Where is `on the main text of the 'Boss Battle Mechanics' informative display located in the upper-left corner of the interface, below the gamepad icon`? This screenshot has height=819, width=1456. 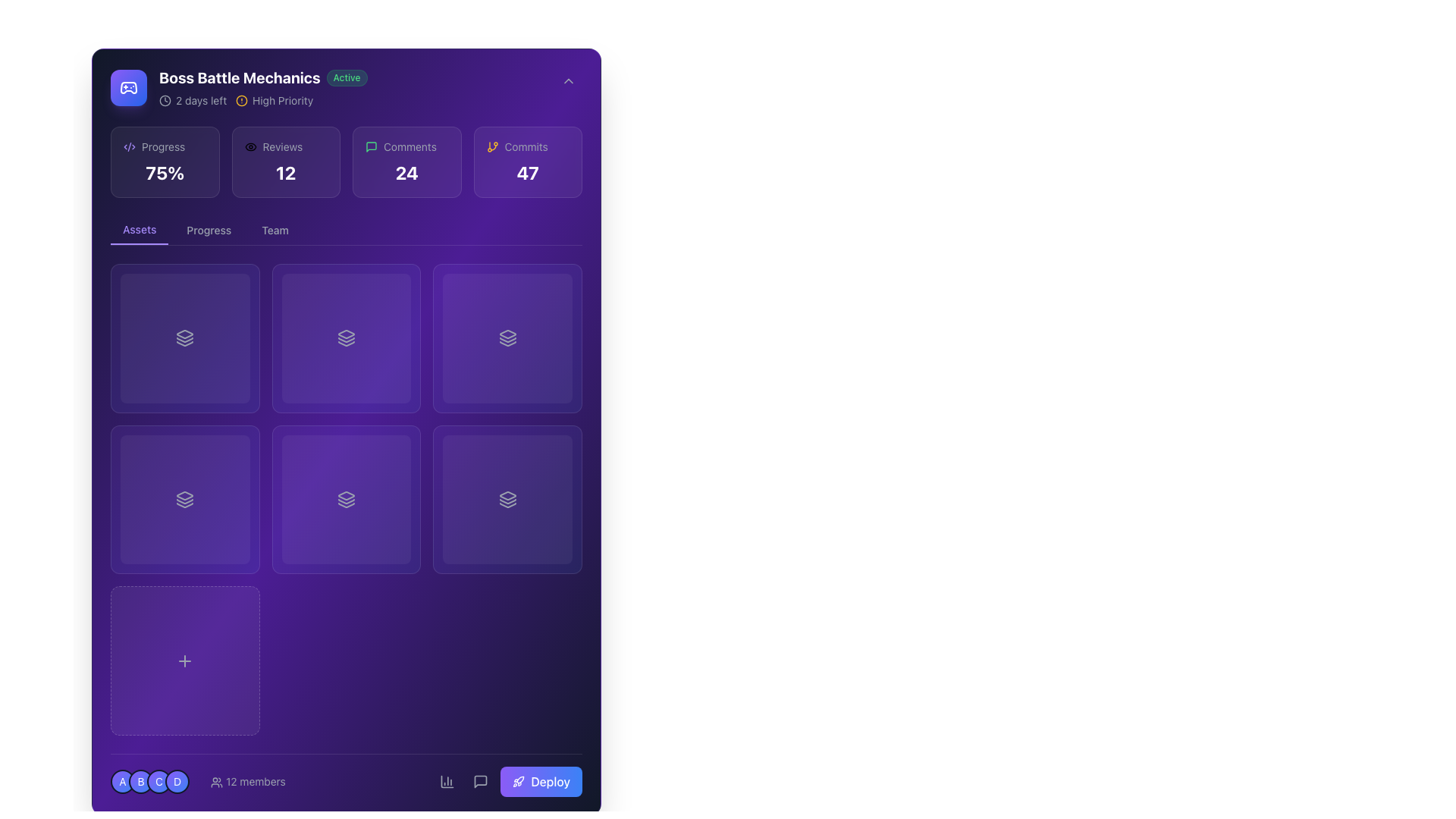
on the main text of the 'Boss Battle Mechanics' informative display located in the upper-left corner of the interface, below the gamepad icon is located at coordinates (263, 87).